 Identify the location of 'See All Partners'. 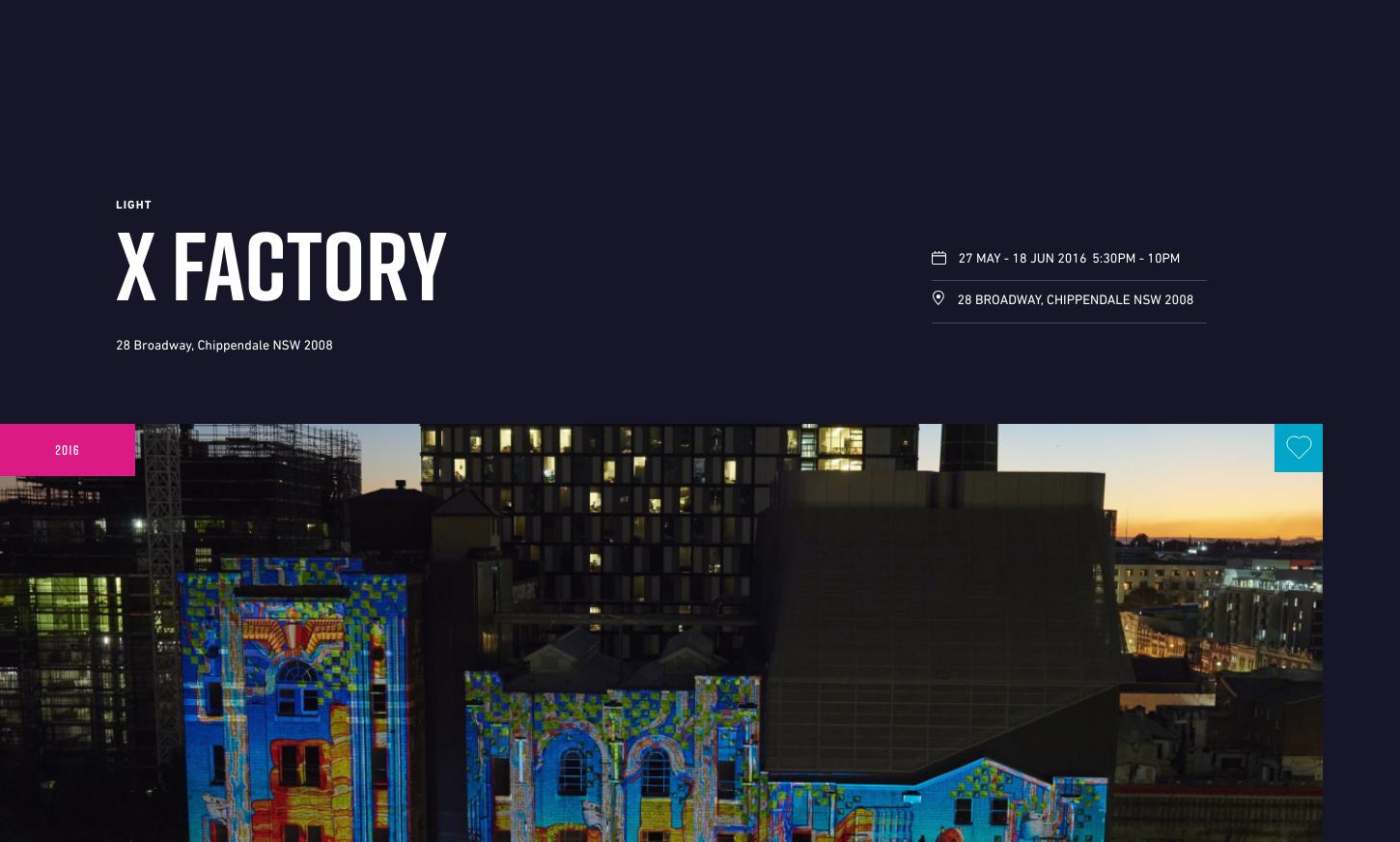
(1142, 796).